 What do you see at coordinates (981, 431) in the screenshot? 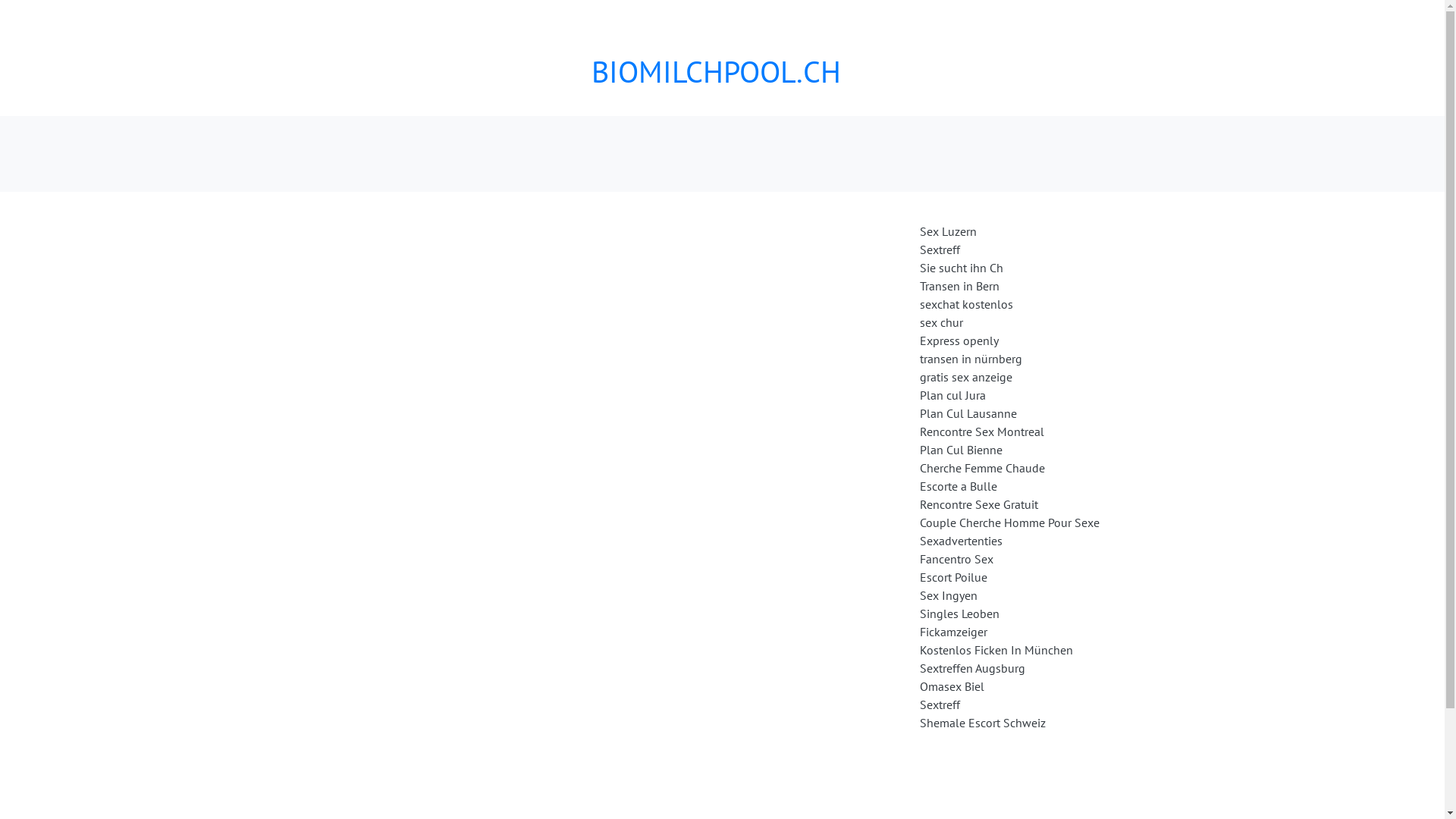
I see `'Rencontre Sex Montreal'` at bounding box center [981, 431].